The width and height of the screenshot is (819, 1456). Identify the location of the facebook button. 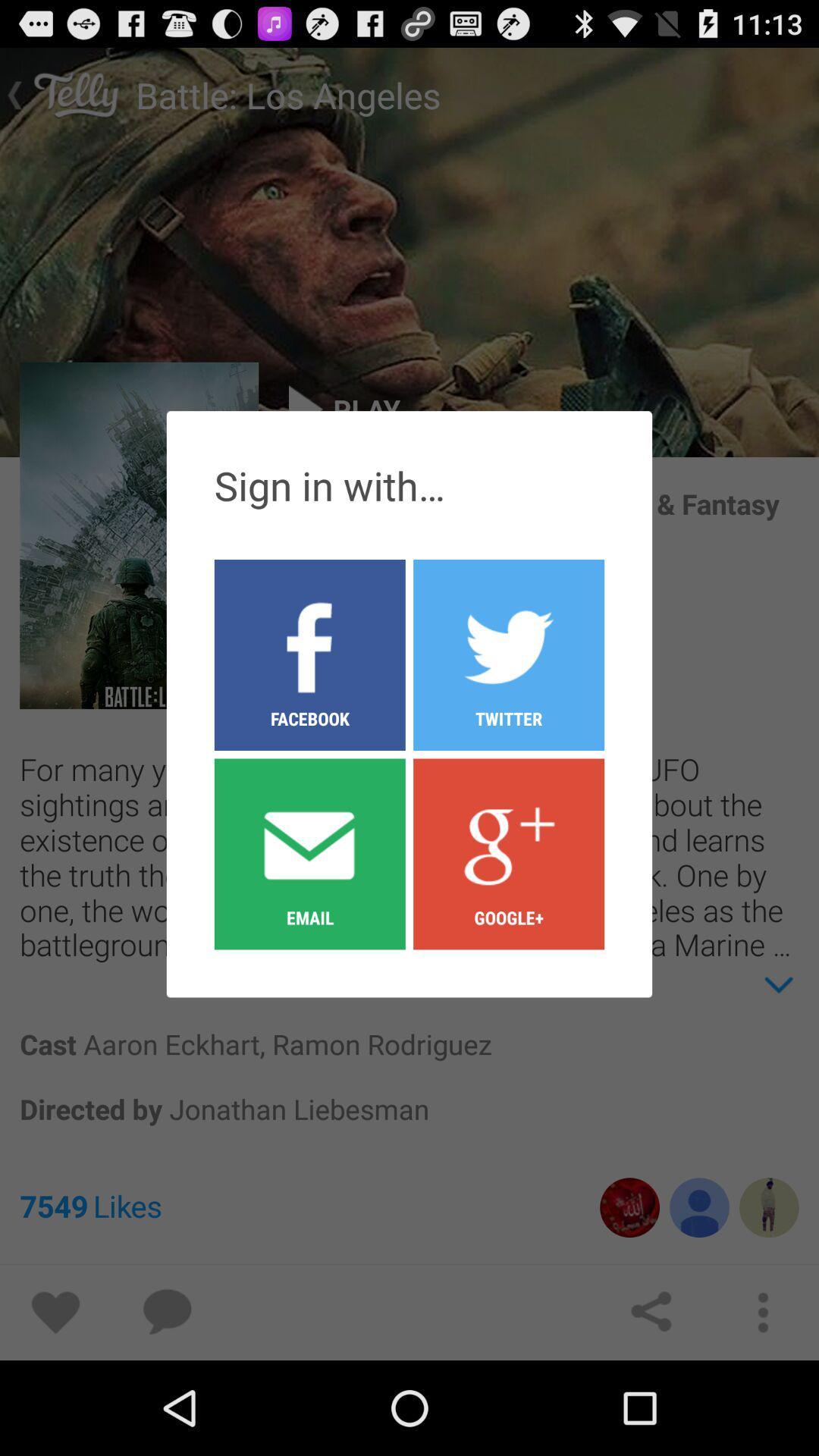
(309, 654).